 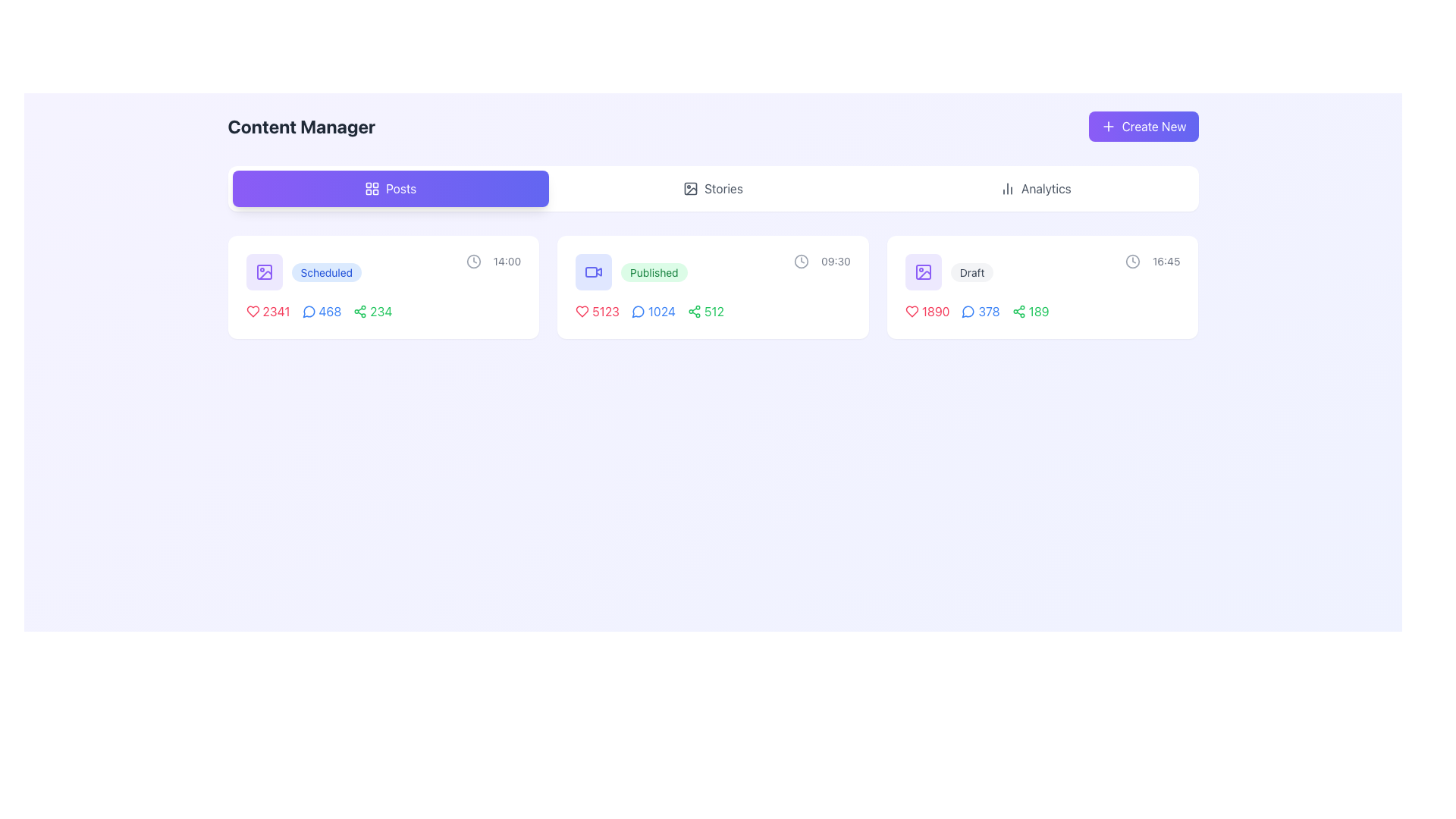 I want to click on the call-to-action button located in the top-right corner of the 'Content Manager' section, so click(x=1143, y=125).